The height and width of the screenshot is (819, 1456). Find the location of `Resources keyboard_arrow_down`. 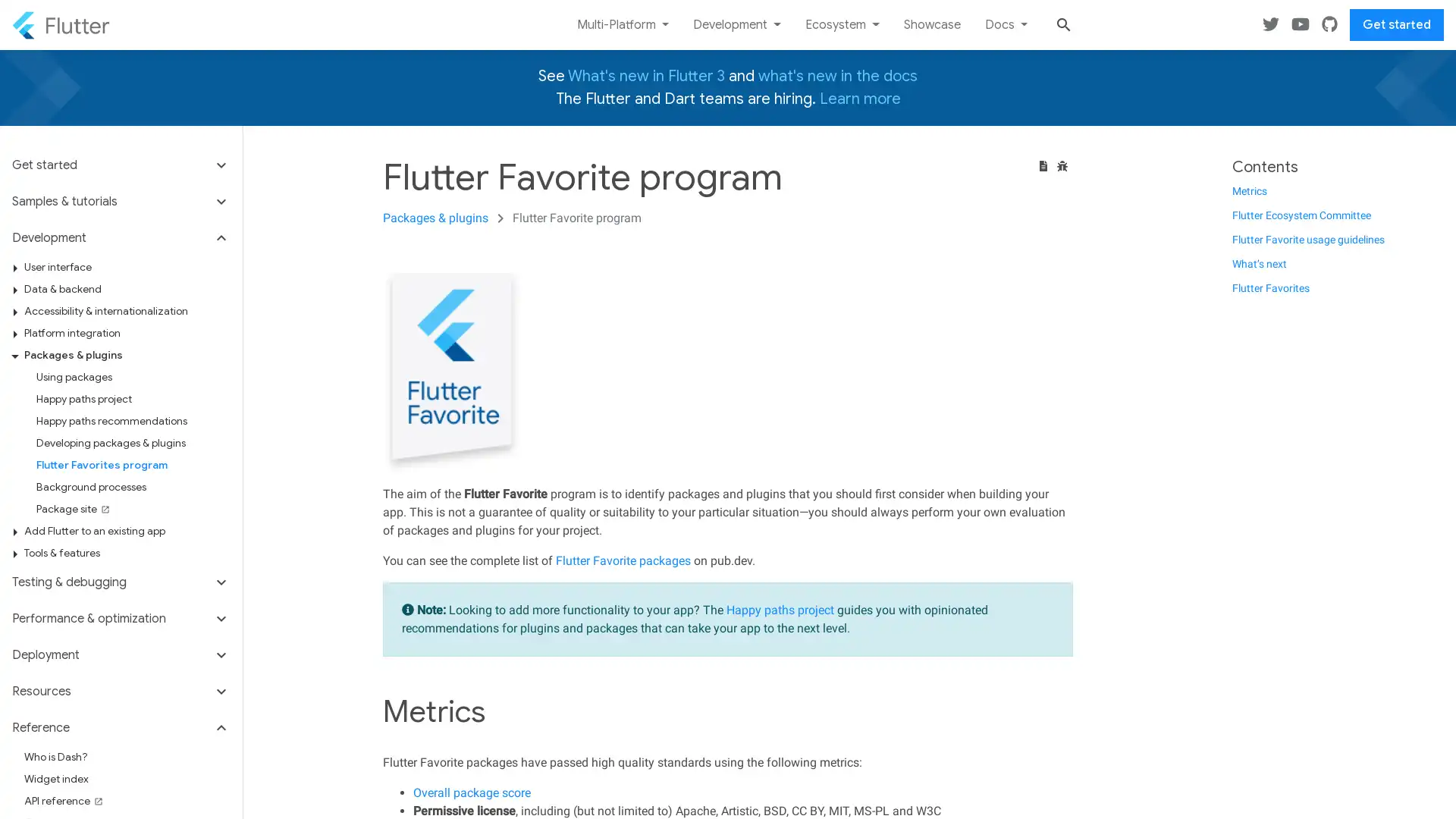

Resources keyboard_arrow_down is located at coordinates (120, 691).